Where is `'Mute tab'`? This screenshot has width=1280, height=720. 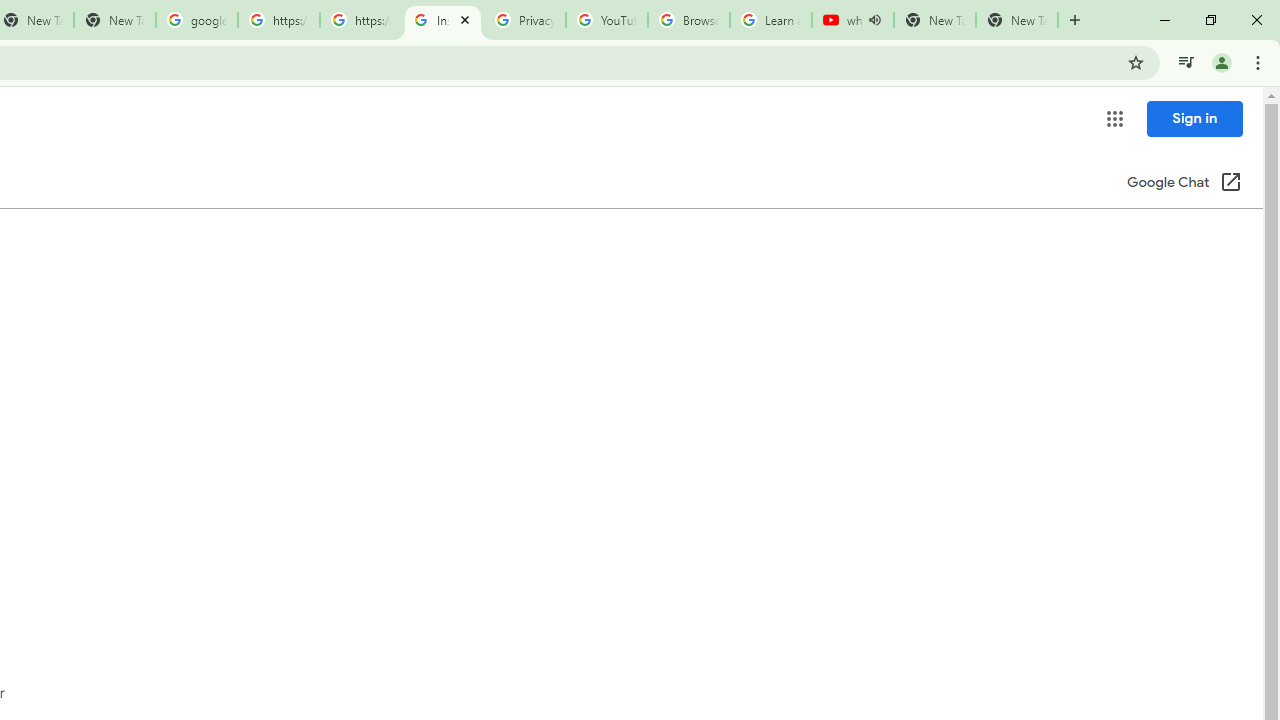
'Mute tab' is located at coordinates (874, 20).